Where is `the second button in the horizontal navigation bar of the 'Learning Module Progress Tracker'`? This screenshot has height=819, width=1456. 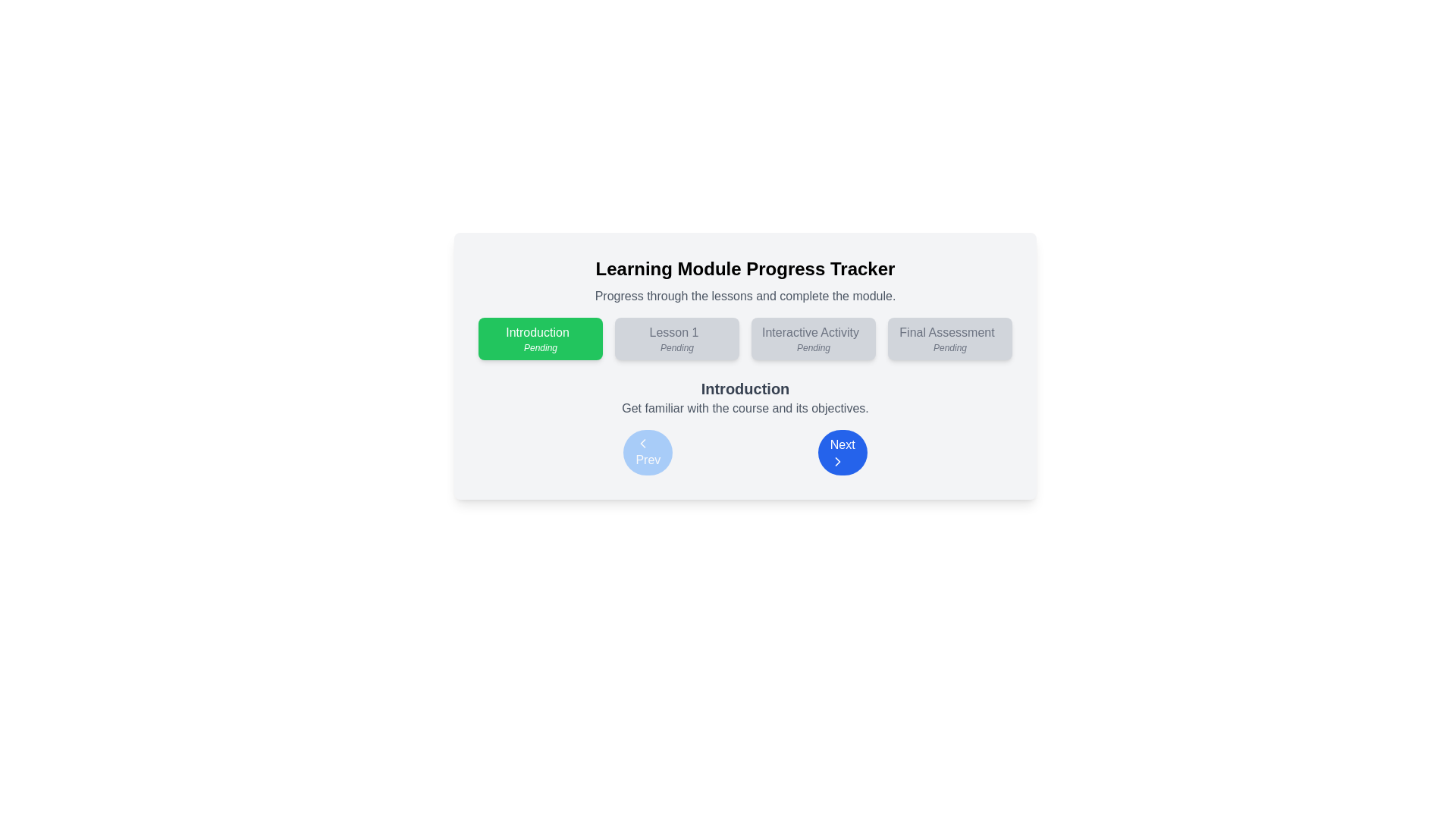 the second button in the horizontal navigation bar of the 'Learning Module Progress Tracker' is located at coordinates (842, 452).